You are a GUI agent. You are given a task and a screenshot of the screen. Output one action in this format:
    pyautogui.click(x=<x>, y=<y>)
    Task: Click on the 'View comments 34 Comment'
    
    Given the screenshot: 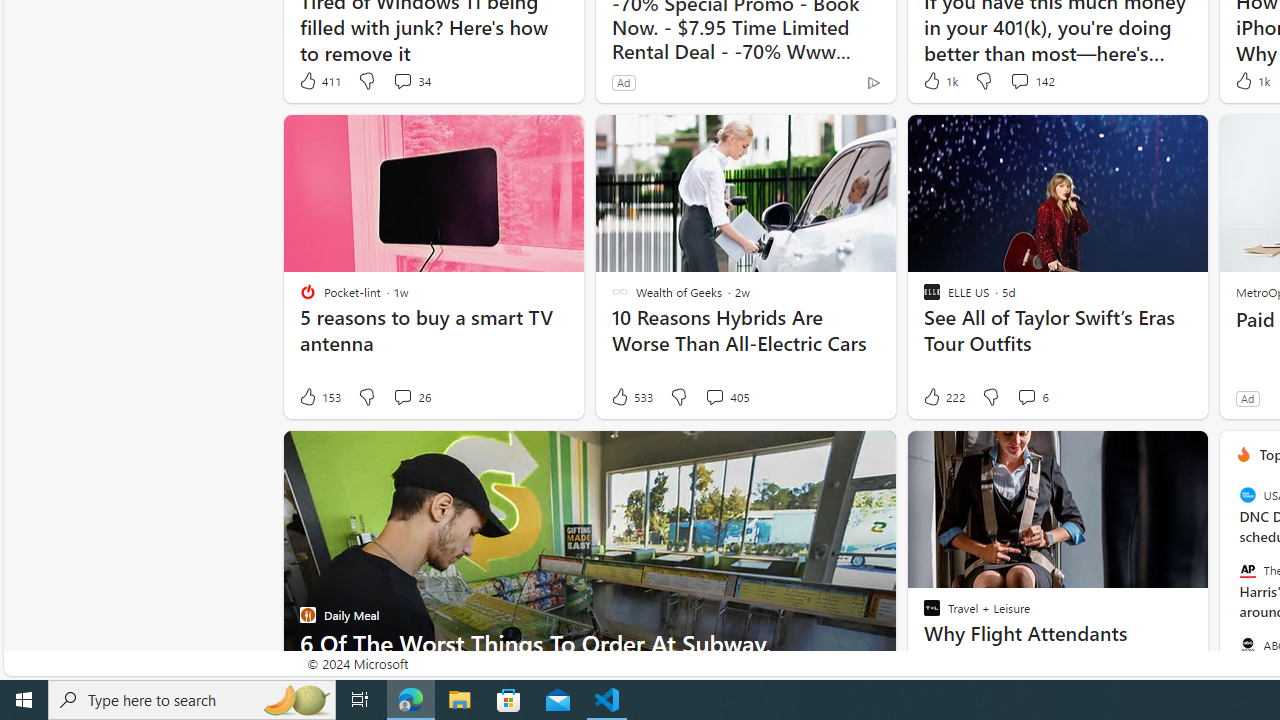 What is the action you would take?
    pyautogui.click(x=401, y=80)
    